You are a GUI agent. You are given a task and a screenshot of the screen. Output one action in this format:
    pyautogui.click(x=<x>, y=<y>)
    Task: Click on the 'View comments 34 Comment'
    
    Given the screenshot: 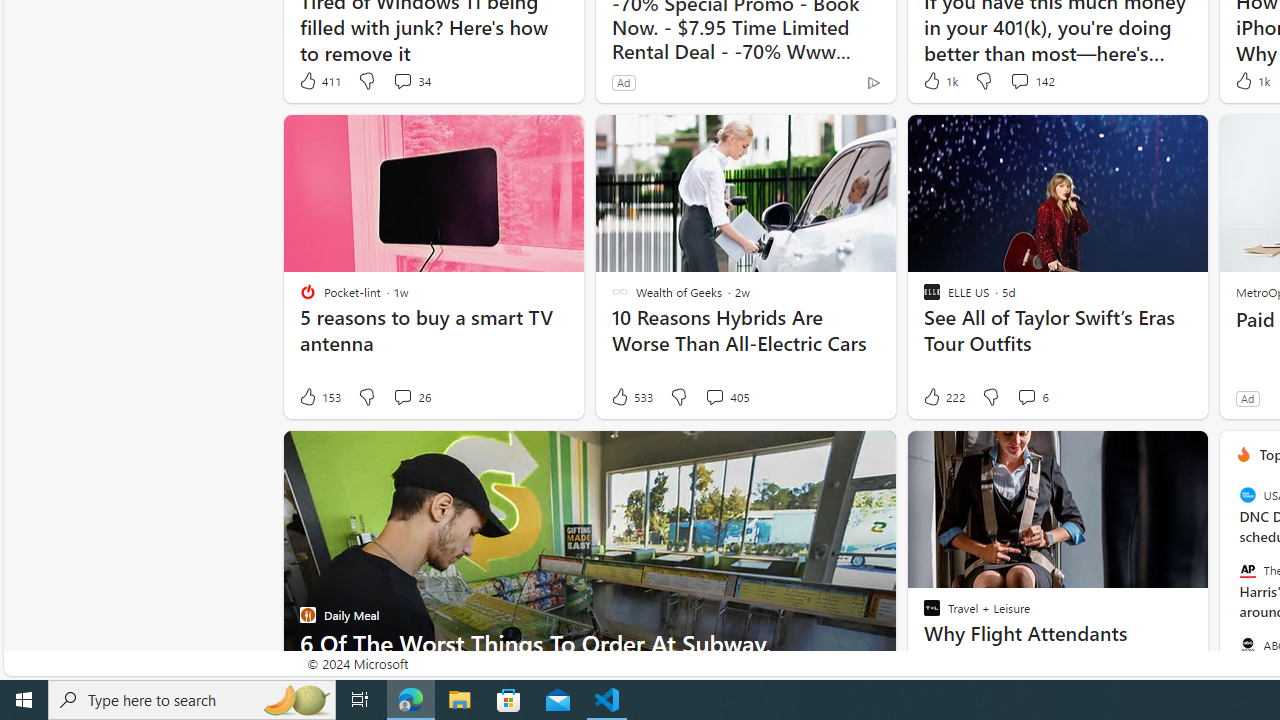 What is the action you would take?
    pyautogui.click(x=401, y=80)
    